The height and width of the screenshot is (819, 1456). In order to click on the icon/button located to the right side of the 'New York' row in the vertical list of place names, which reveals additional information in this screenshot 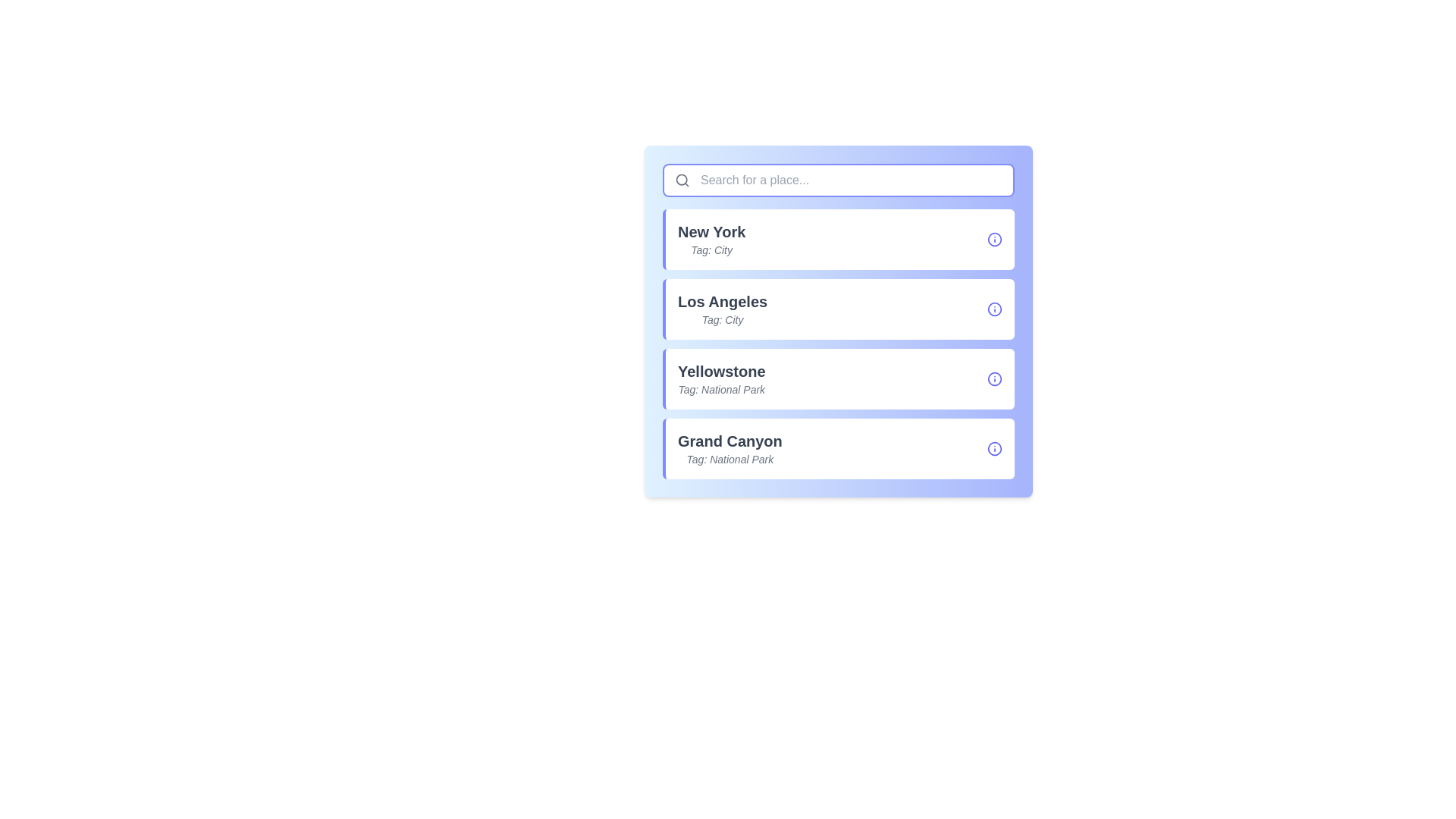, I will do `click(994, 239)`.